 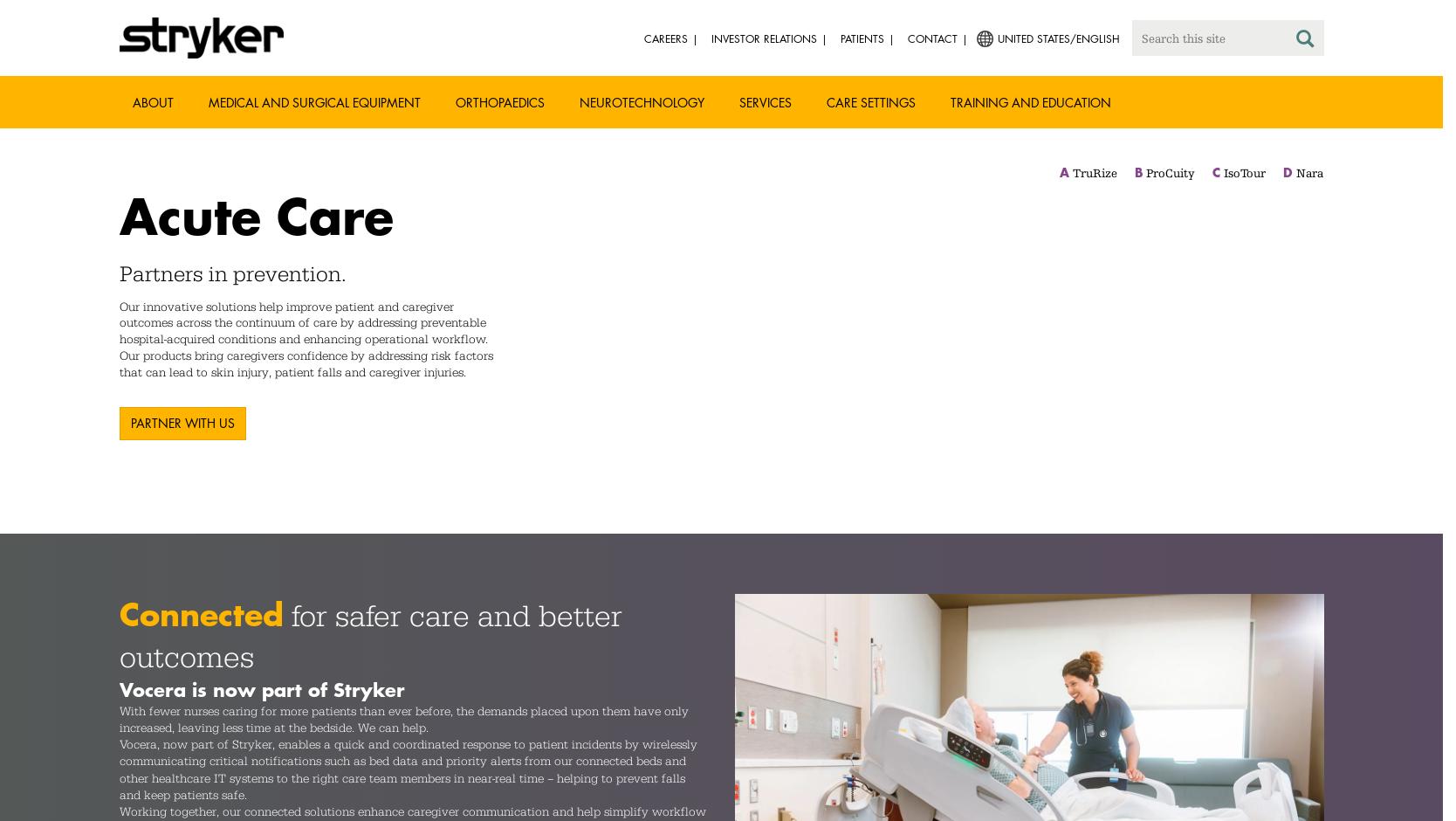 What do you see at coordinates (1138, 171) in the screenshot?
I see `'B'` at bounding box center [1138, 171].